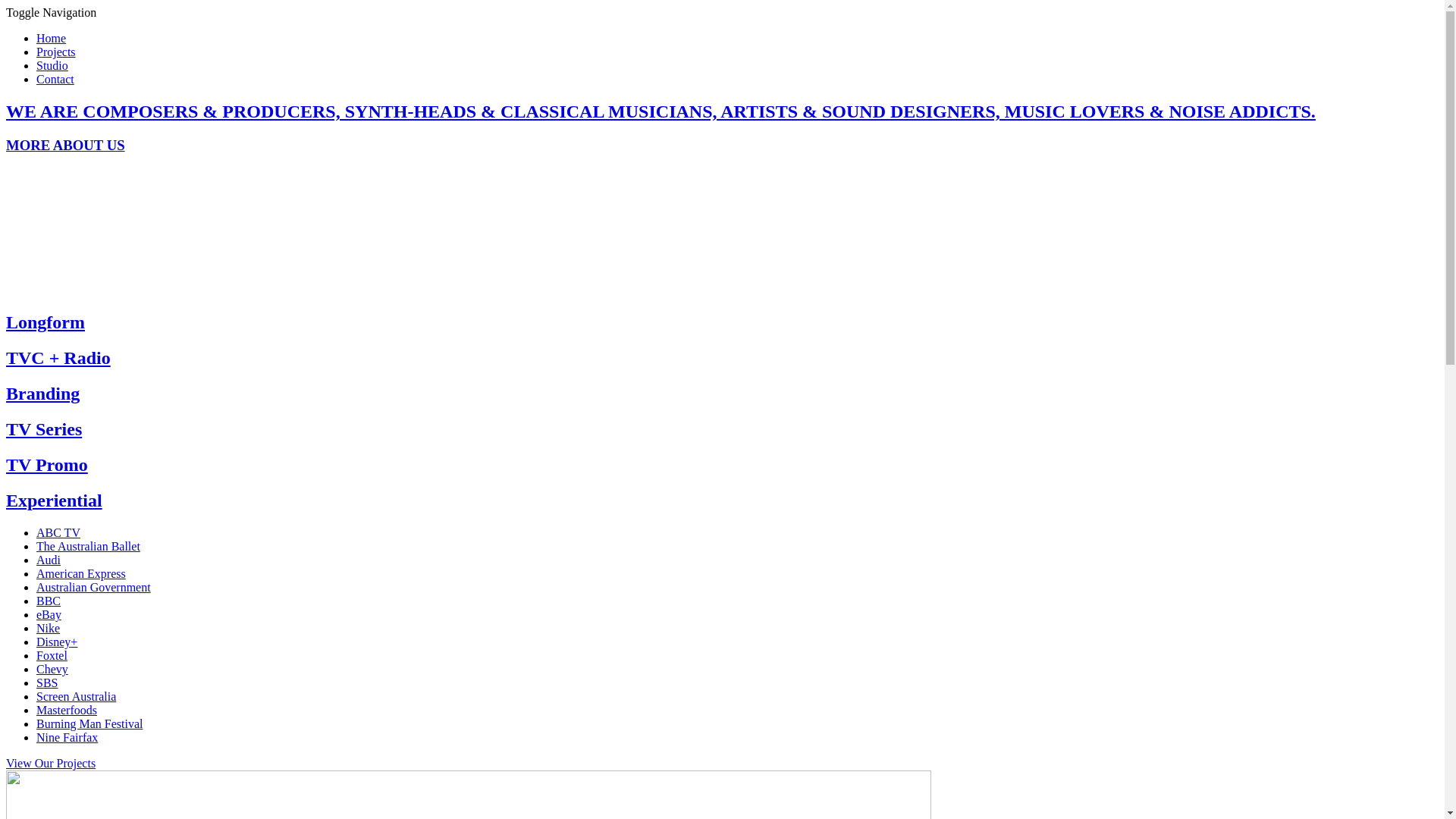 This screenshot has height=819, width=1456. What do you see at coordinates (93, 586) in the screenshot?
I see `'Australian Government'` at bounding box center [93, 586].